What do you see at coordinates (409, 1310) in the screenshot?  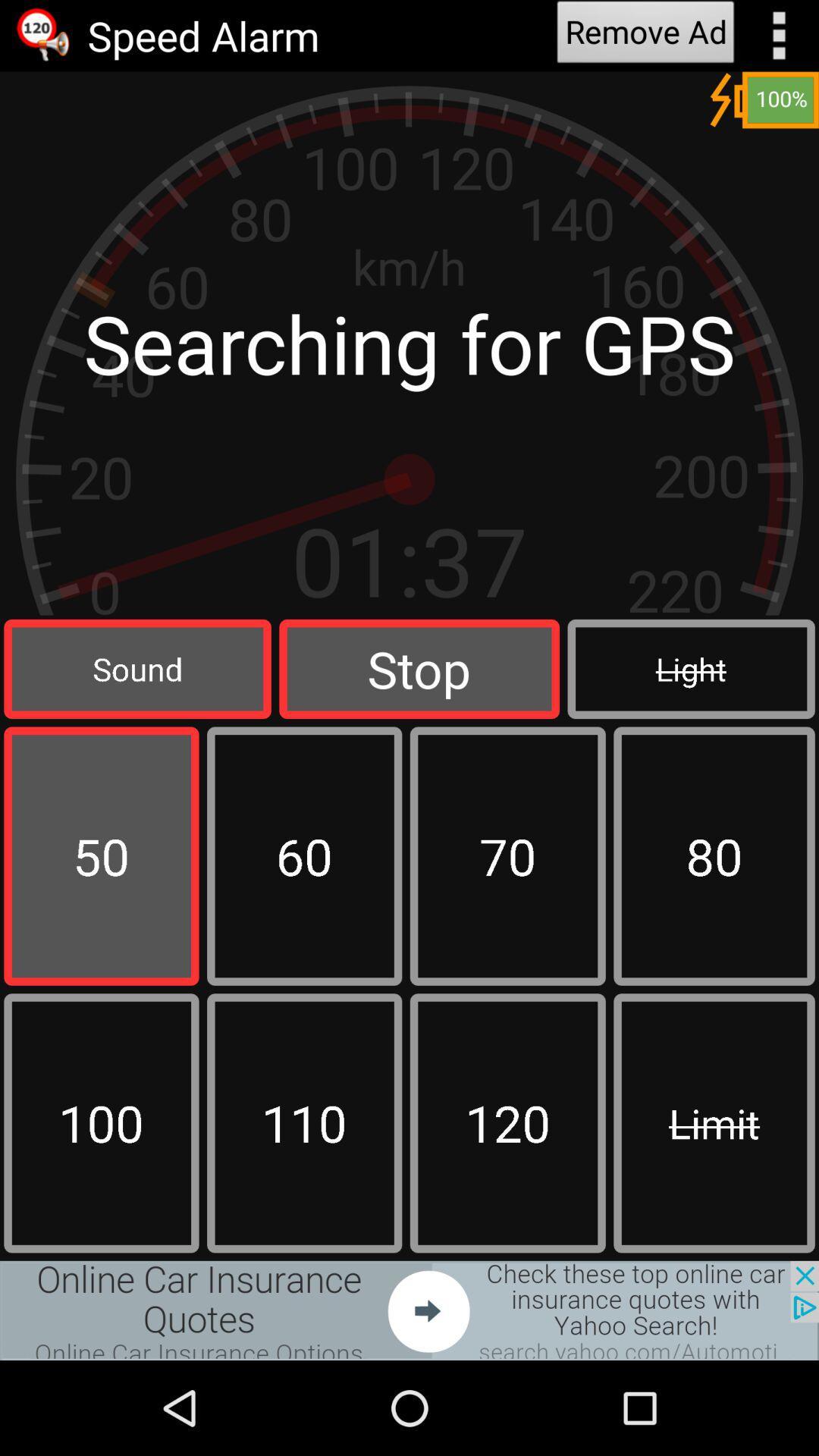 I see `advertisement banner` at bounding box center [409, 1310].